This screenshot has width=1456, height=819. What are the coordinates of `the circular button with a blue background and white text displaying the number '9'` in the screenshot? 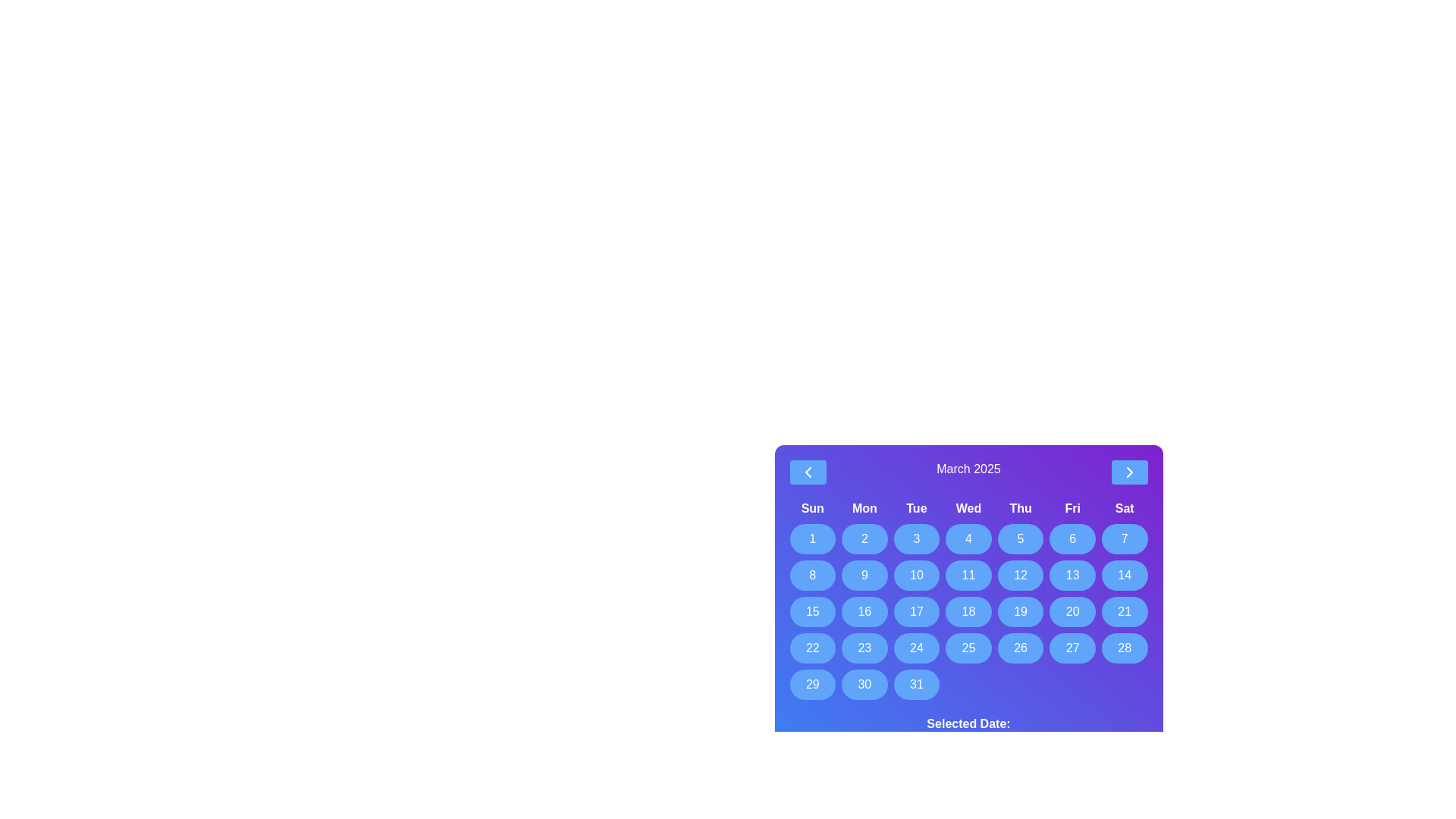 It's located at (864, 576).